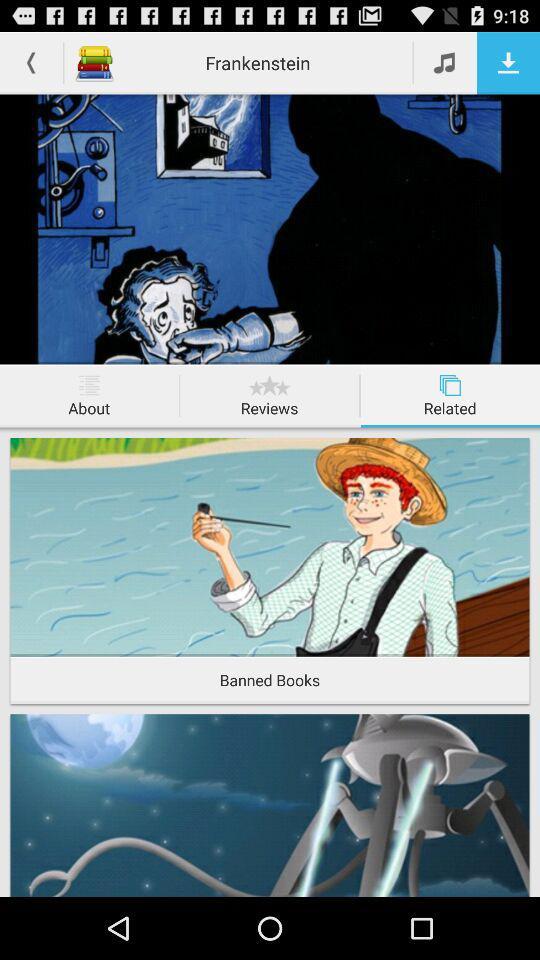 The image size is (540, 960). What do you see at coordinates (508, 67) in the screenshot?
I see `the file_download icon` at bounding box center [508, 67].